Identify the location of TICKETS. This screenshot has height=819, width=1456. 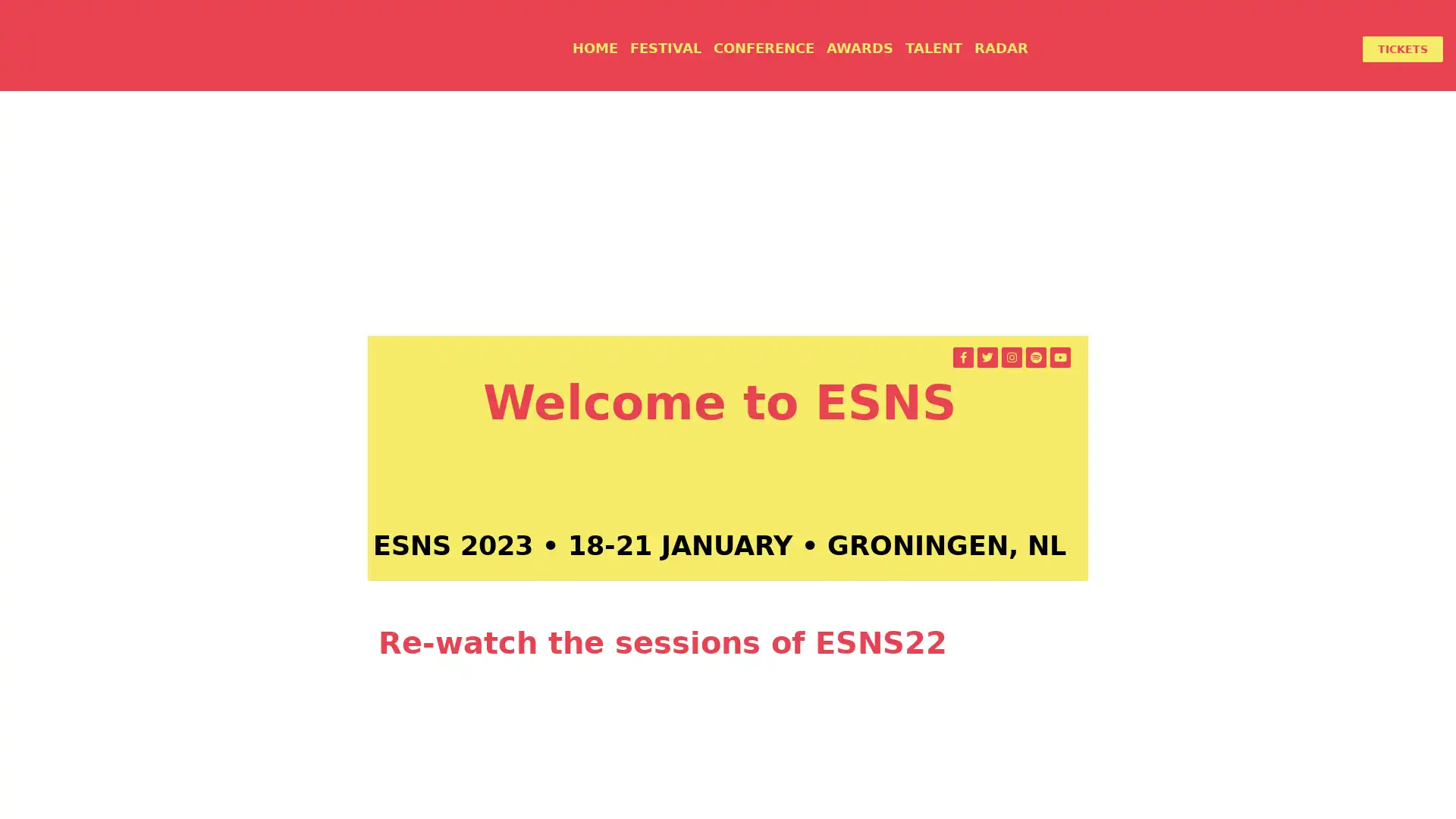
(1404, 49).